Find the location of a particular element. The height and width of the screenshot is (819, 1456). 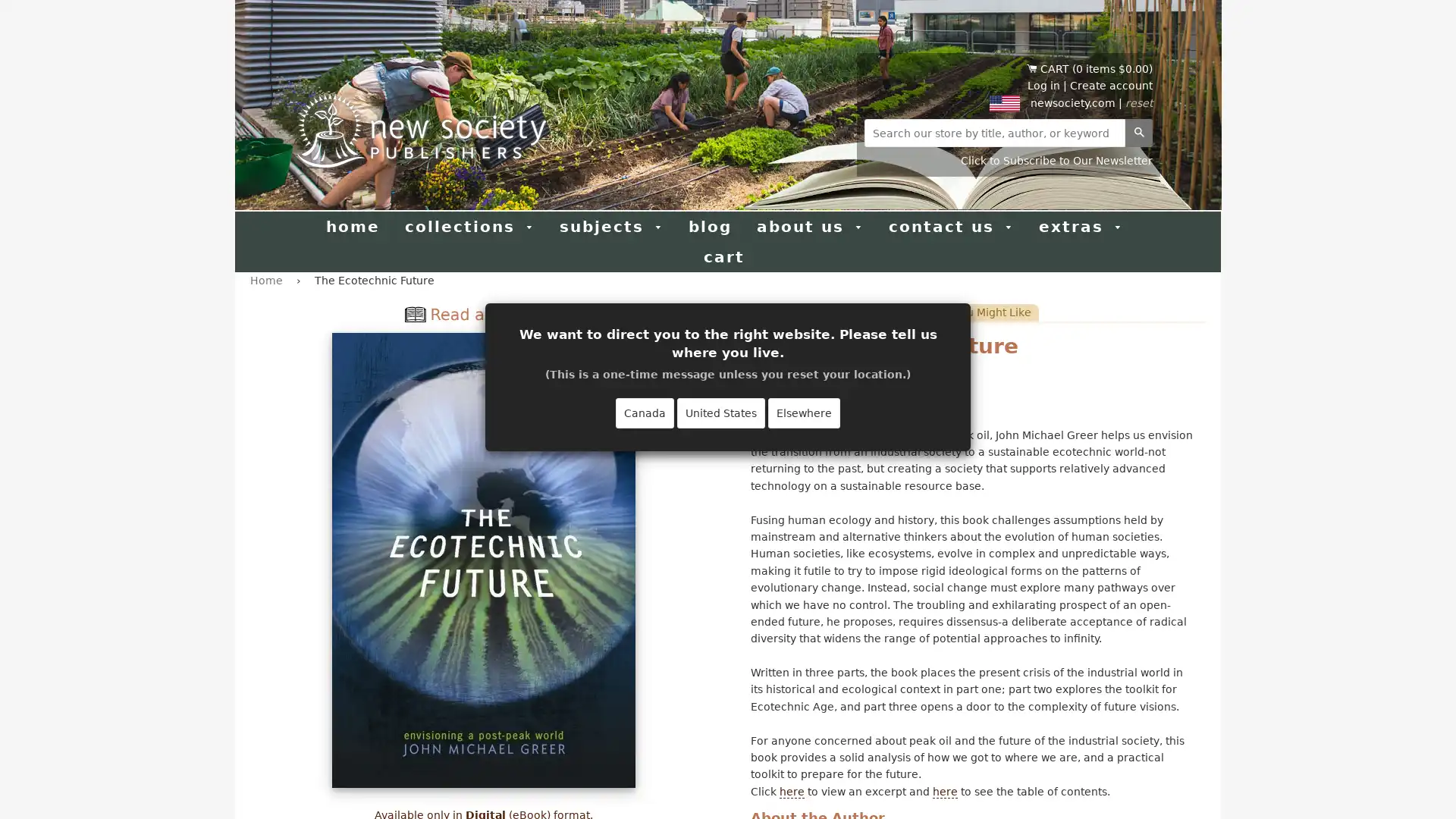

United States is located at coordinates (720, 413).